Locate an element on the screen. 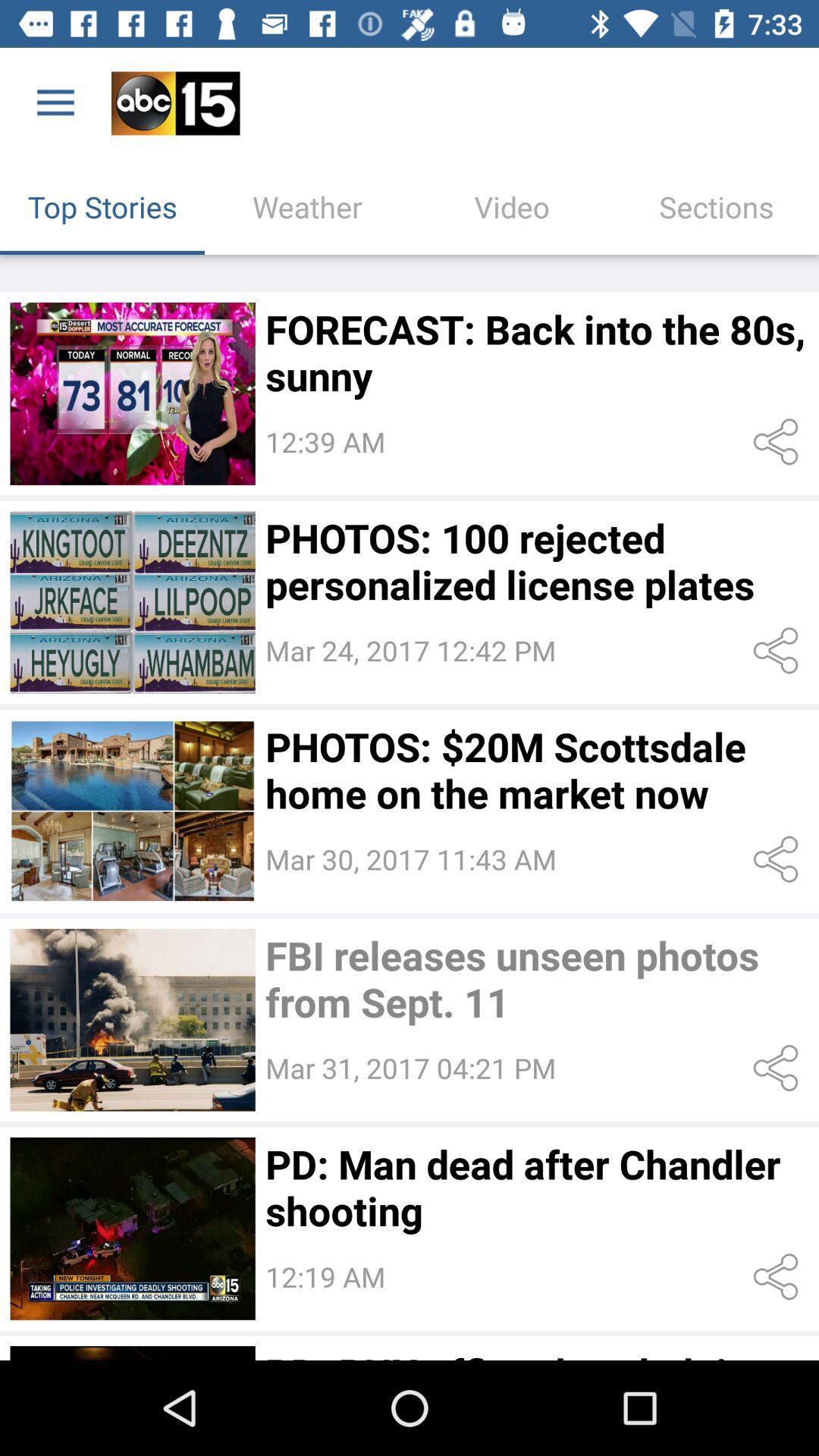 This screenshot has height=1456, width=819. video is located at coordinates (132, 1020).